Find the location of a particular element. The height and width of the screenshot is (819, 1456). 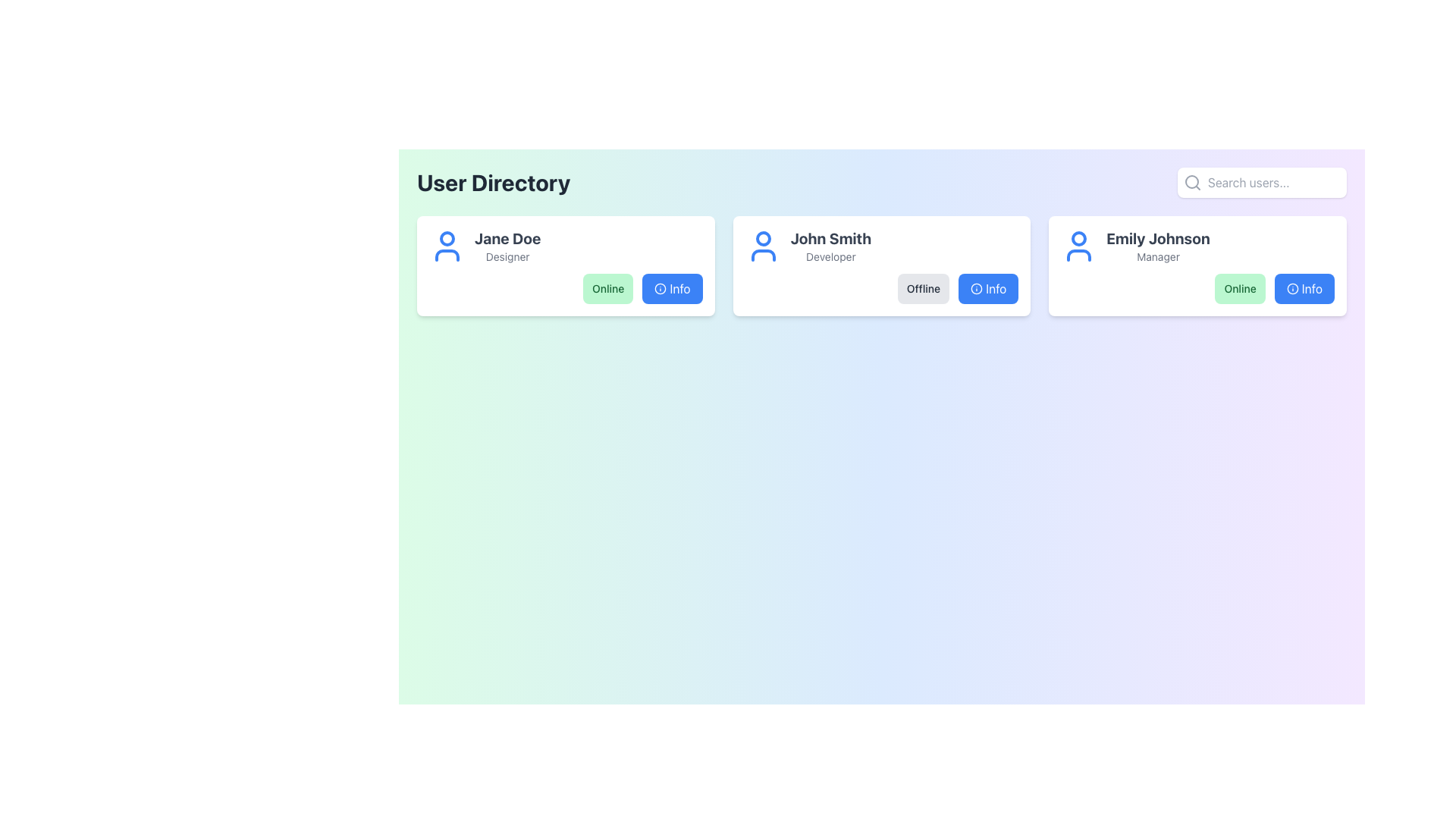

the button providing additional information about the 'John Smith' profile, located to the right of the 'Offline' button in the second card of user profiles is located at coordinates (988, 289).